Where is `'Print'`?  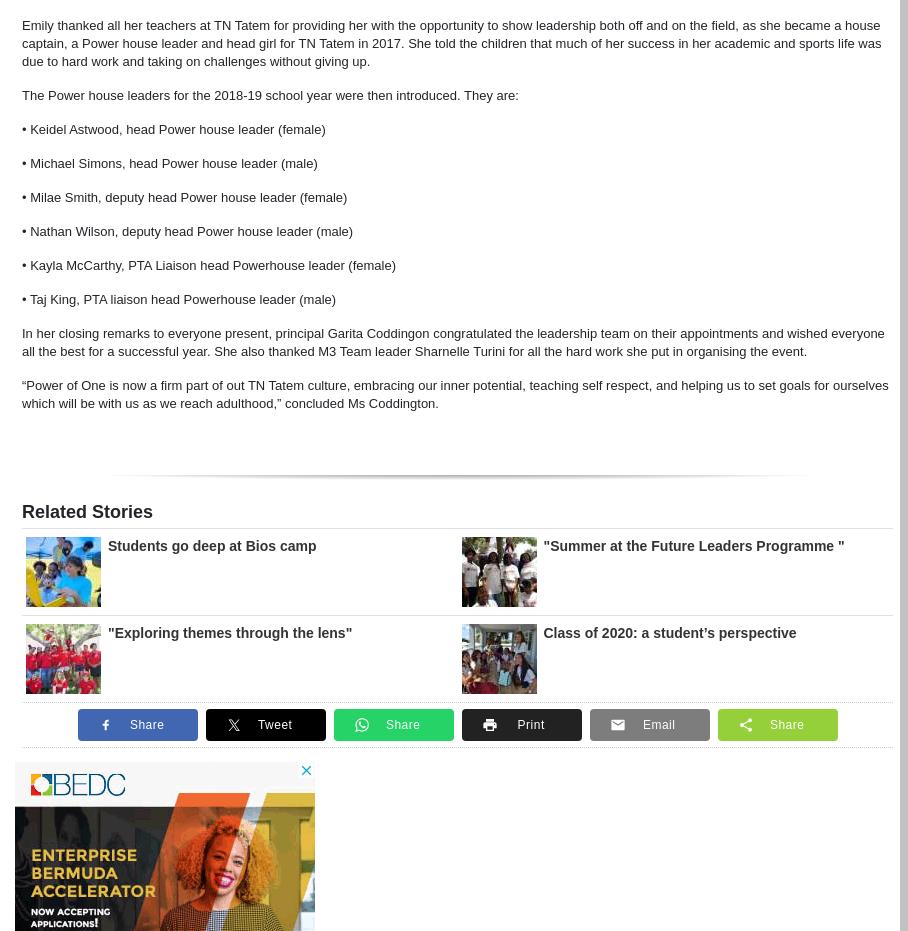
'Print' is located at coordinates (529, 723).